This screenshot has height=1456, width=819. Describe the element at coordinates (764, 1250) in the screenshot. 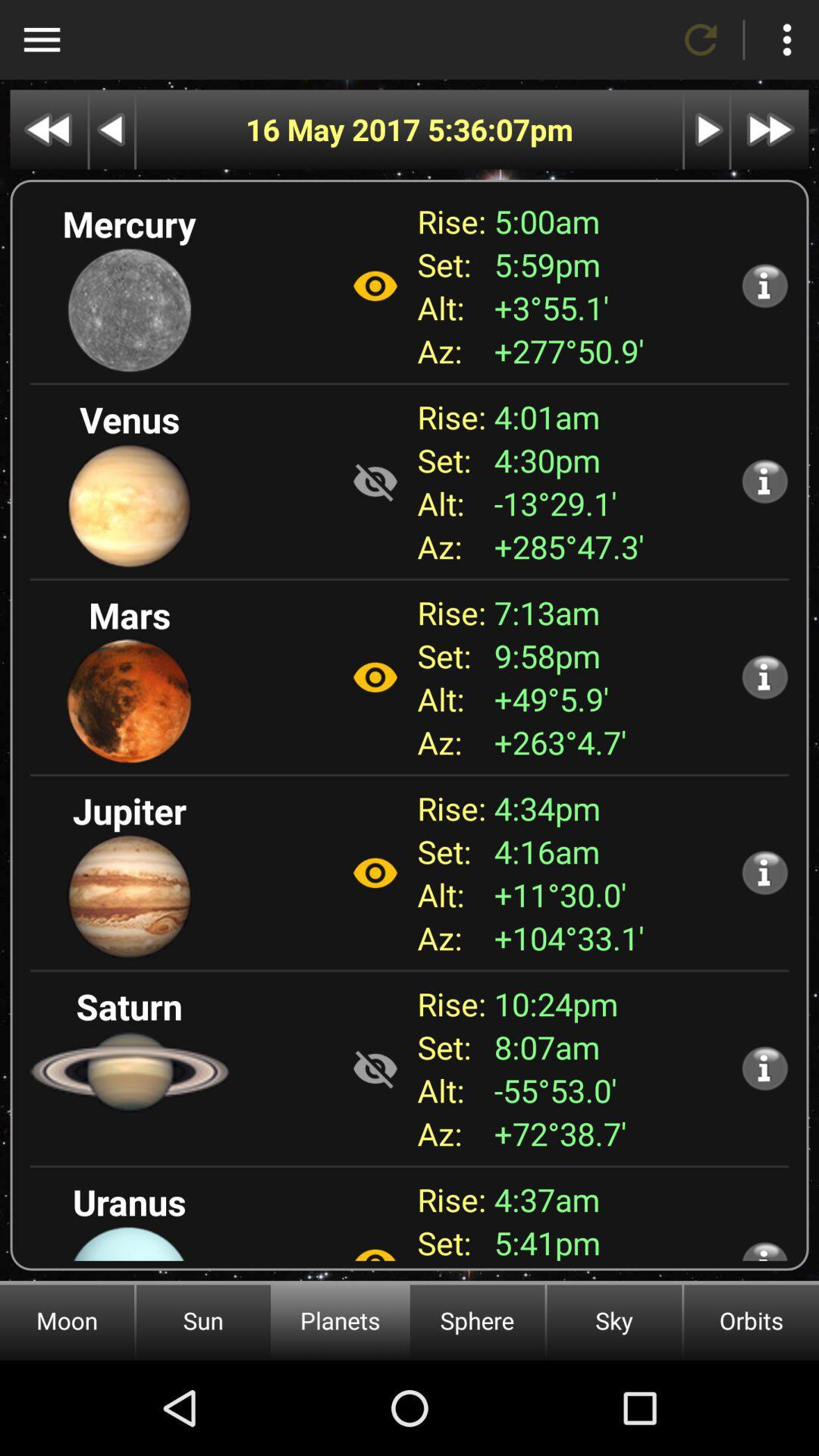

I see `get more information` at that location.